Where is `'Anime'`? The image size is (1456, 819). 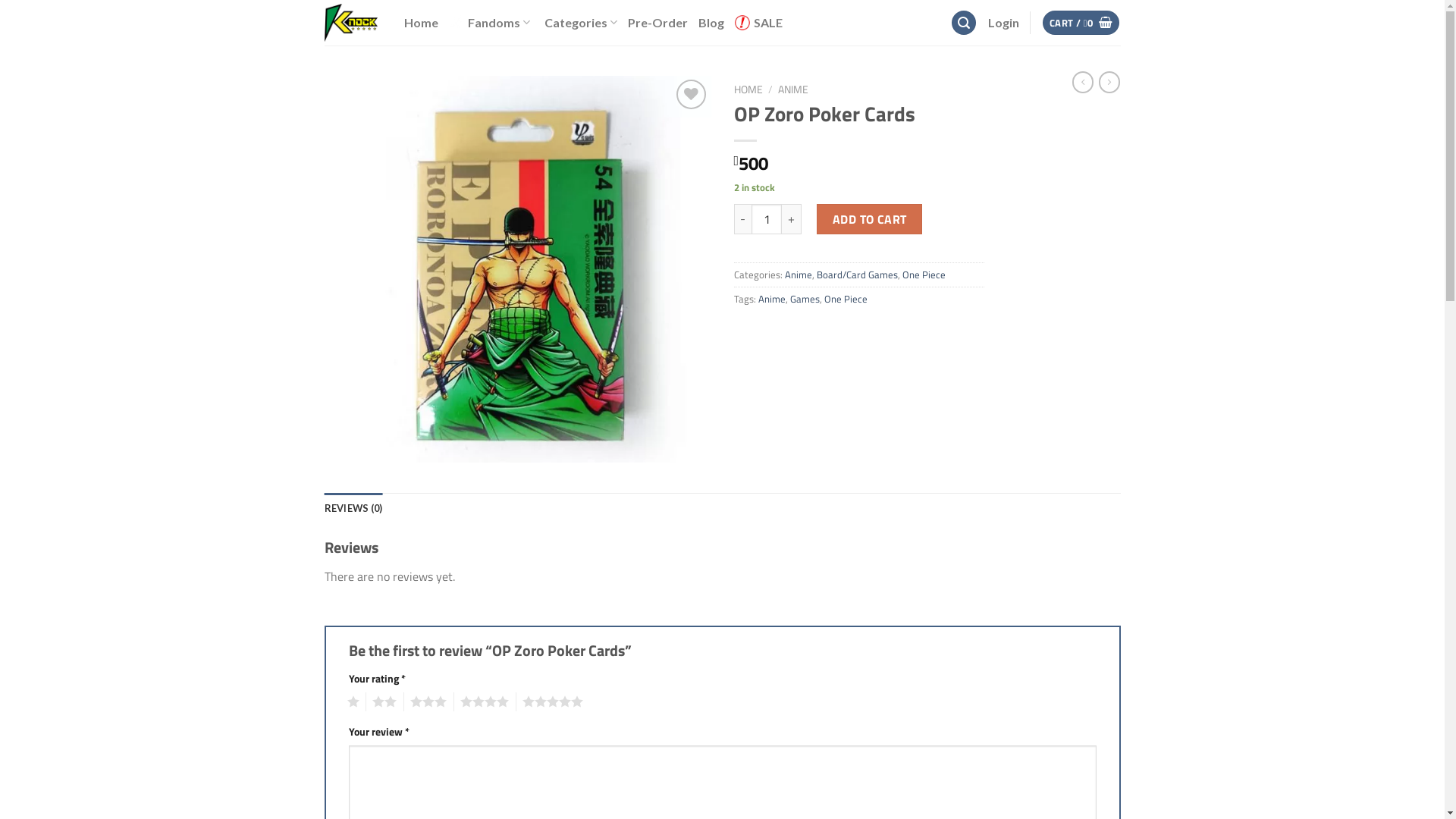 'Anime' is located at coordinates (783, 275).